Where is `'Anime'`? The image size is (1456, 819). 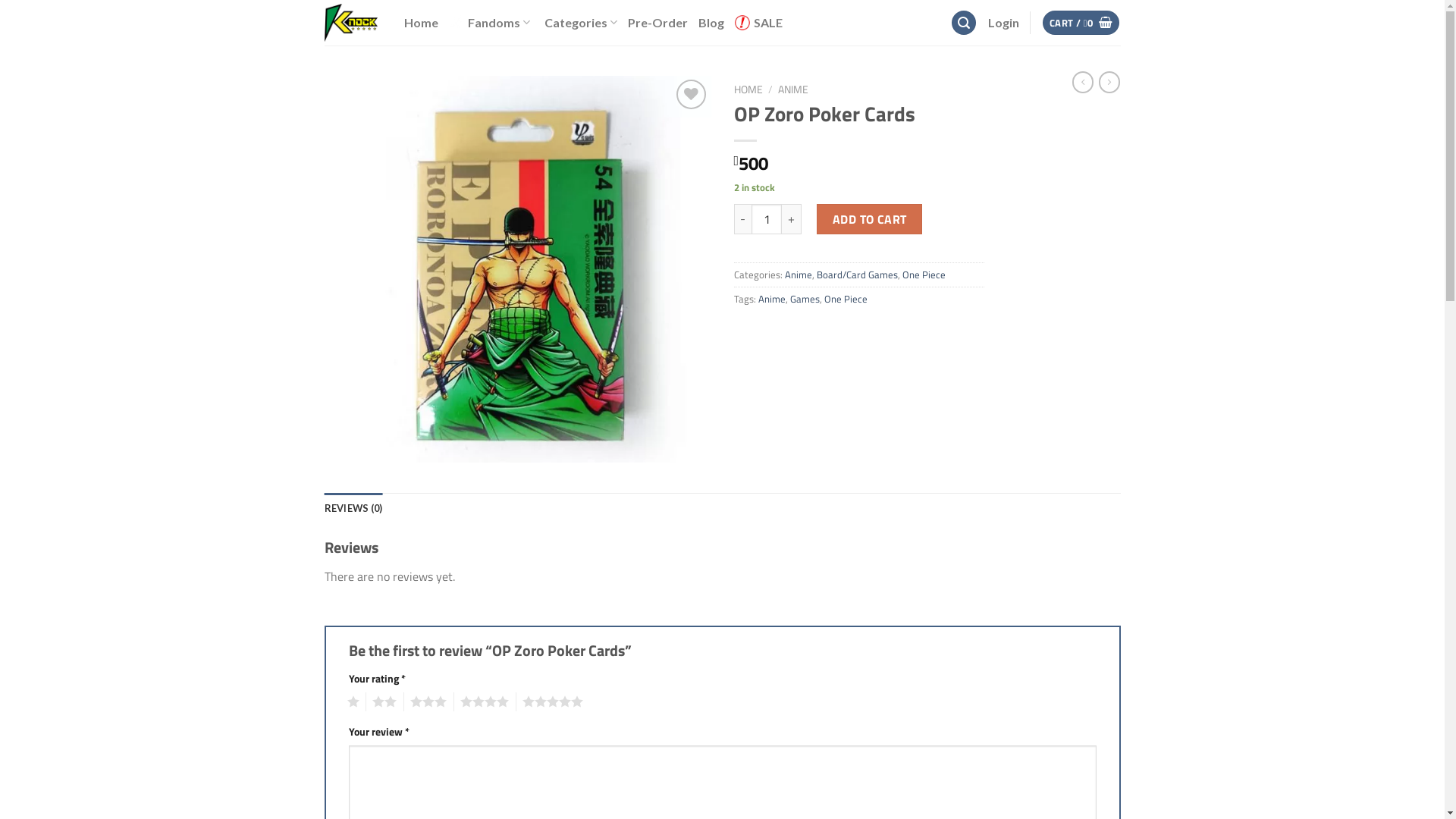 'Anime' is located at coordinates (783, 275).